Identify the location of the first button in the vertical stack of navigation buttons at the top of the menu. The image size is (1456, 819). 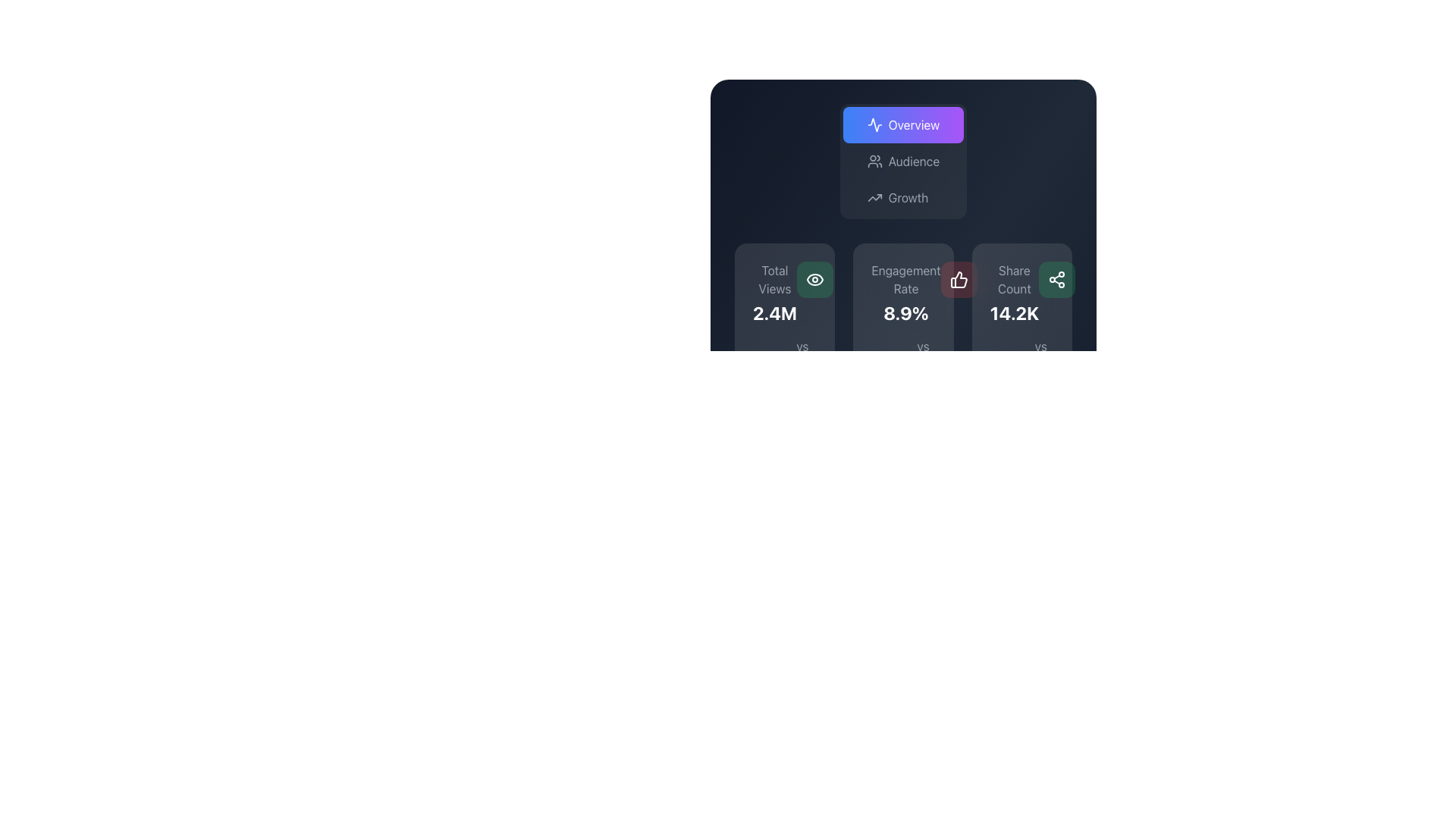
(903, 124).